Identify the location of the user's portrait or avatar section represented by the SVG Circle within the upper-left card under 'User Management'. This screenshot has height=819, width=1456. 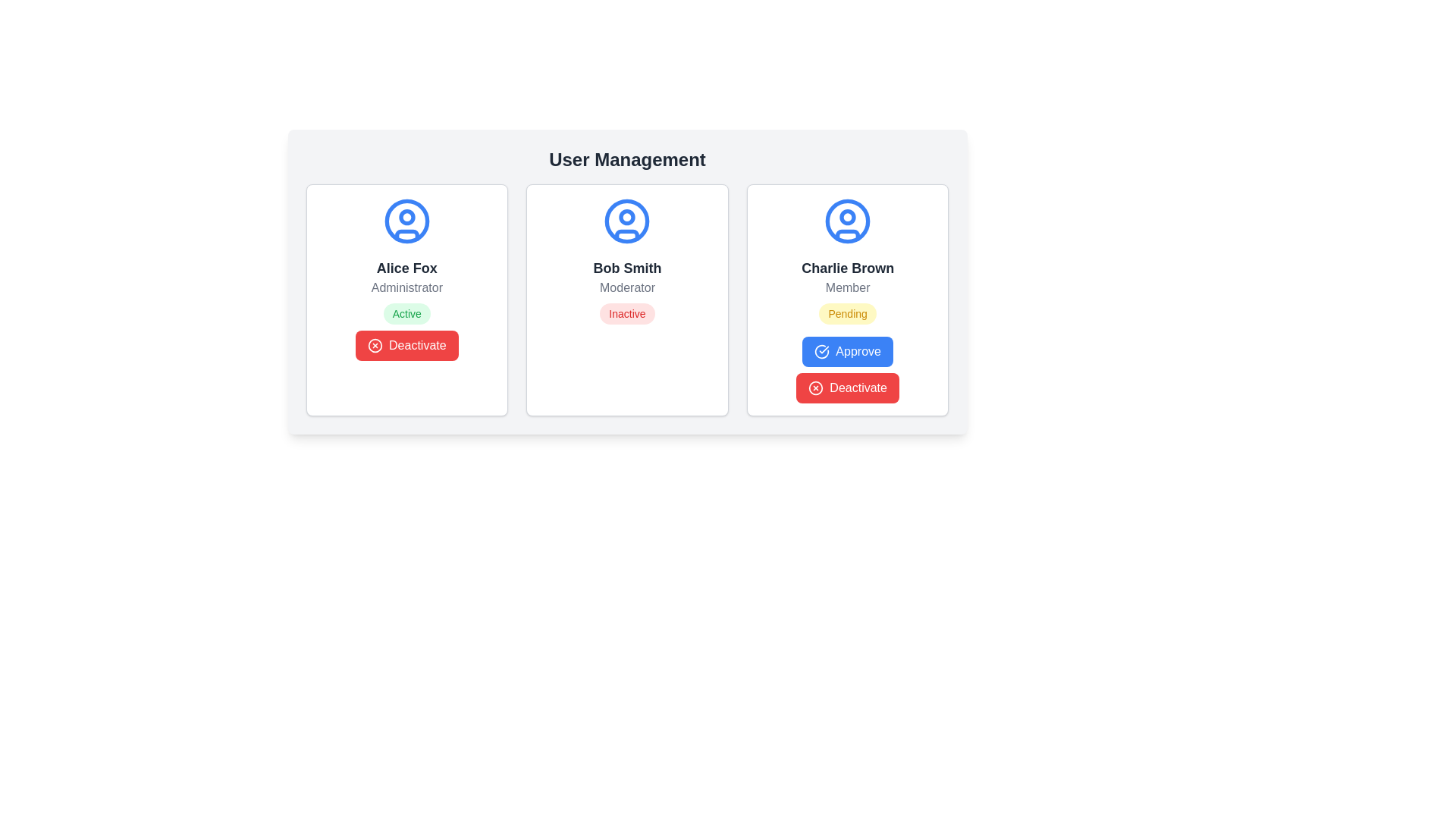
(406, 217).